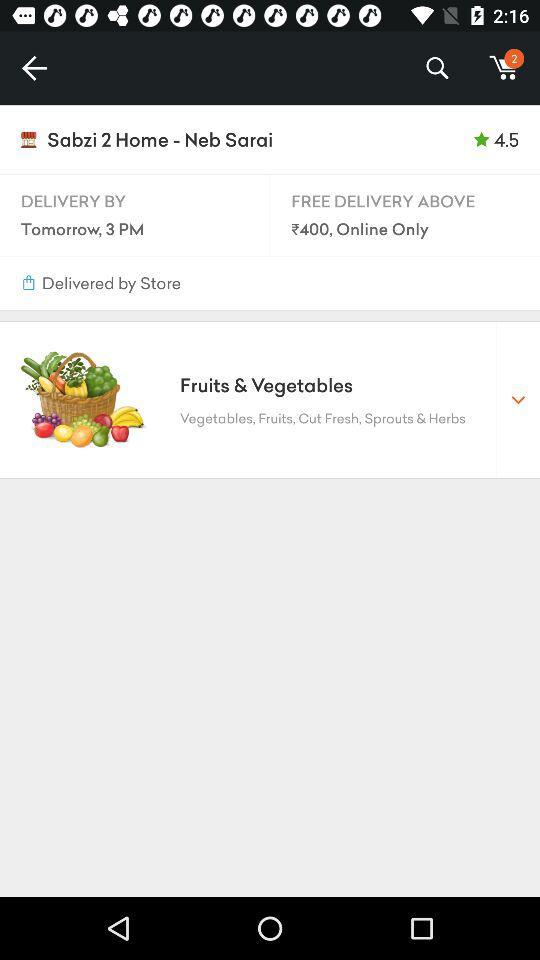  I want to click on the item to the left of % item, so click(33, 68).